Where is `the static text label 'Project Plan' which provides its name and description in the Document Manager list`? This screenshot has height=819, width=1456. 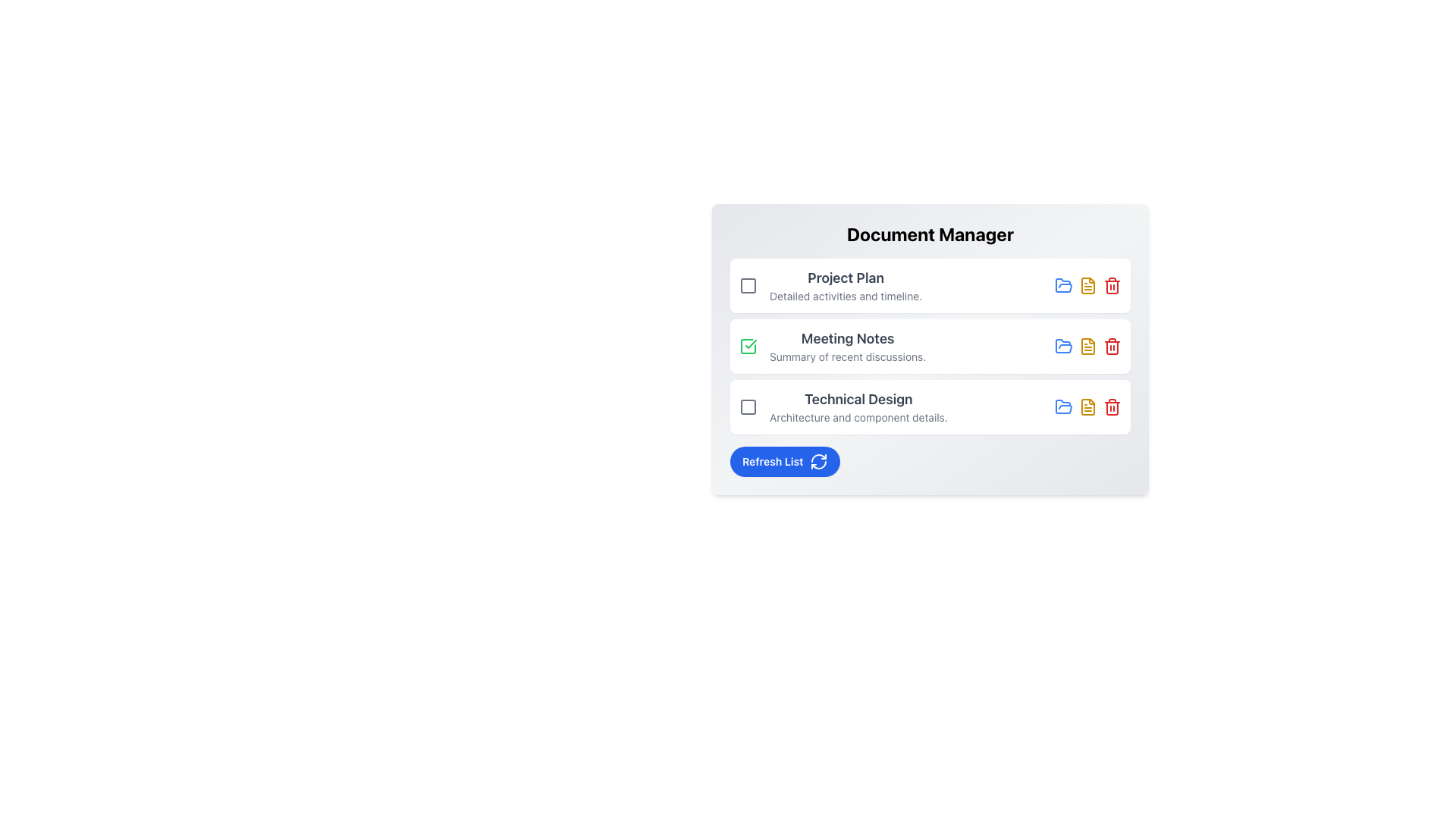 the static text label 'Project Plan' which provides its name and description in the Document Manager list is located at coordinates (845, 286).